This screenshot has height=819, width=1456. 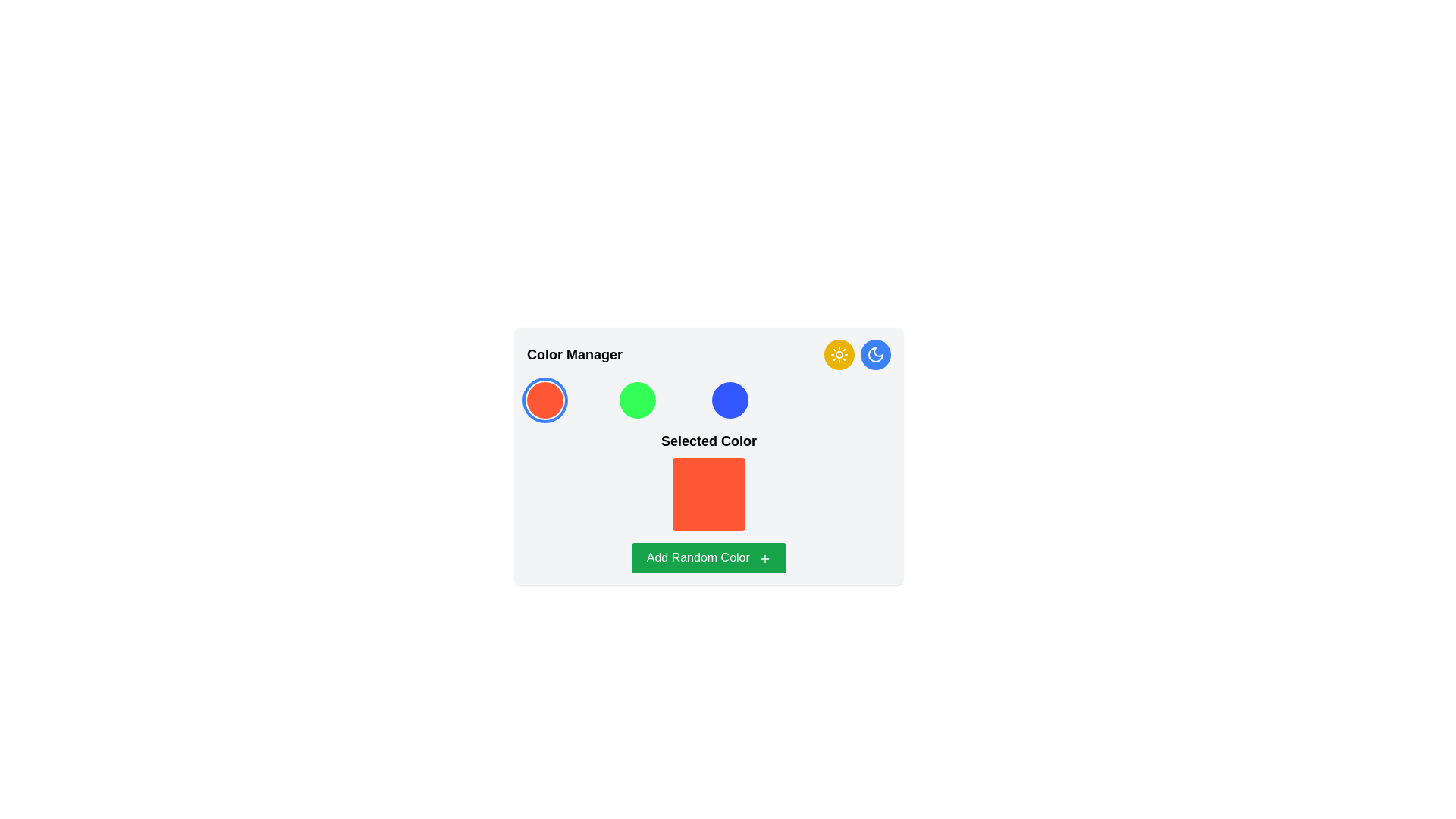 I want to click on the icon button located in the top-right corner of the interface, adjacent to a crescent moon icon, so click(x=839, y=354).